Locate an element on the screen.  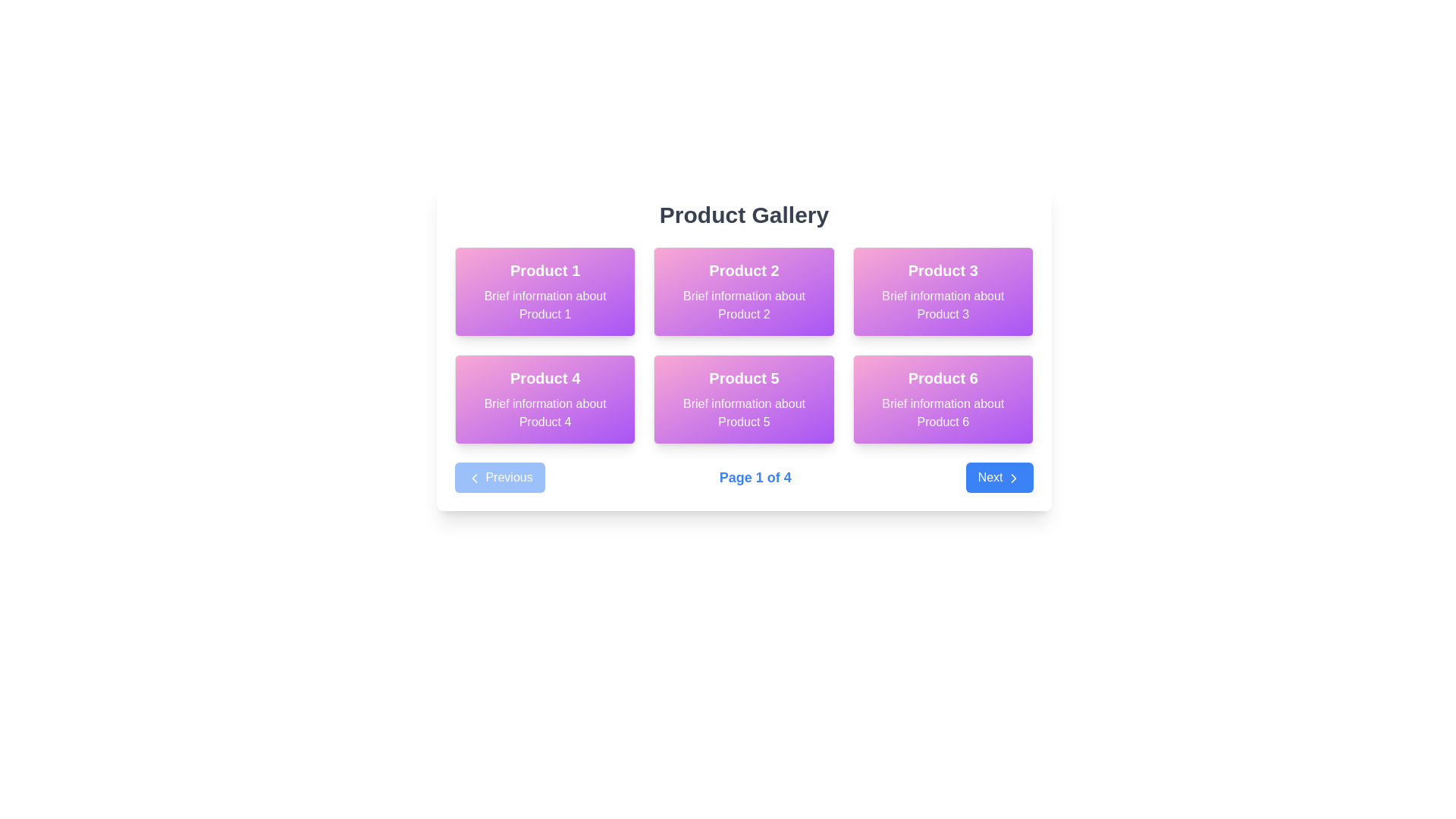
the rightward arrow icon located within the blue 'Next' button at the bottom-right corner of the interface is located at coordinates (1013, 478).